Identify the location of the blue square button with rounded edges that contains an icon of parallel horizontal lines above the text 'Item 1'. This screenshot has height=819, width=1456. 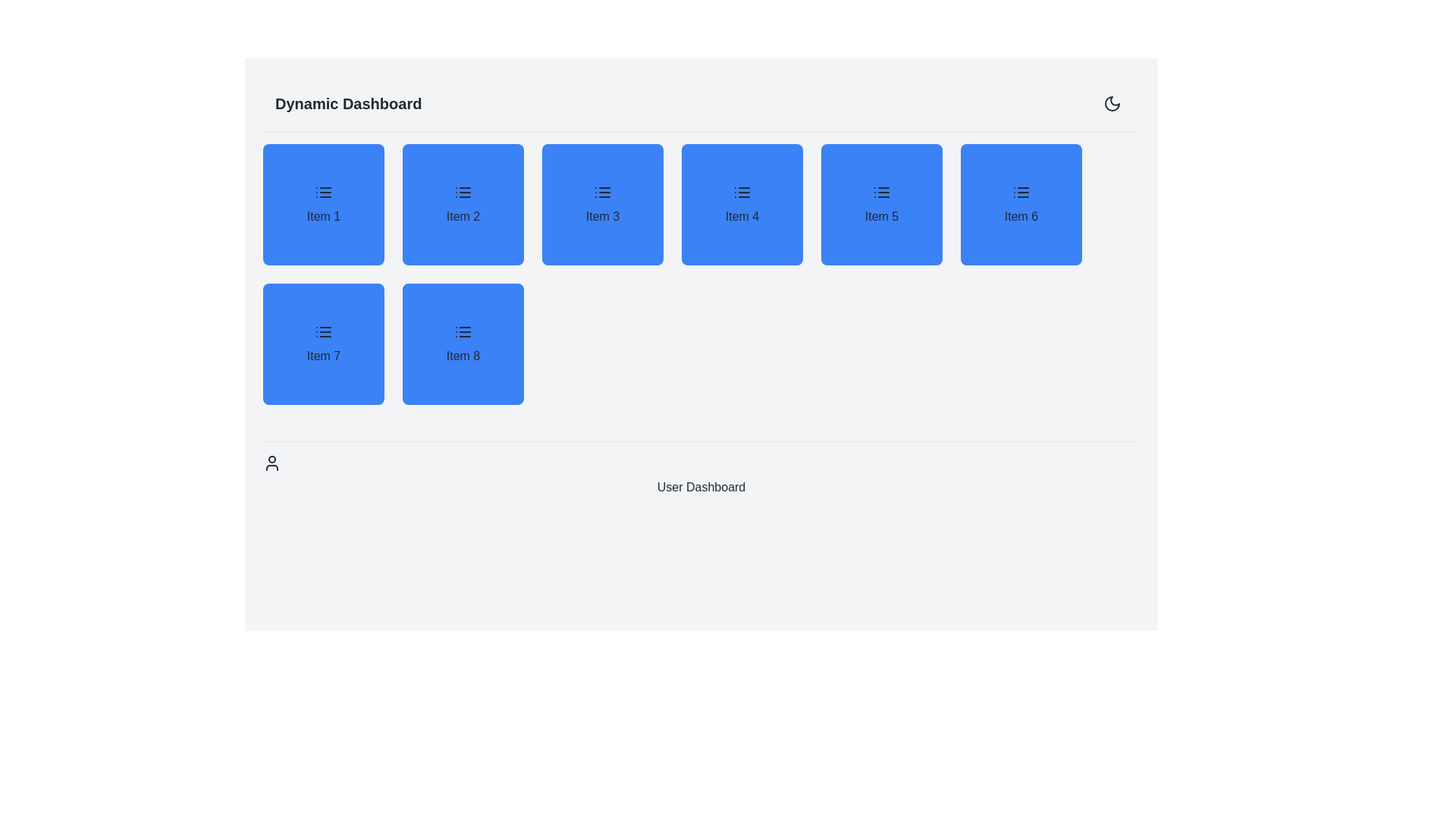
(323, 205).